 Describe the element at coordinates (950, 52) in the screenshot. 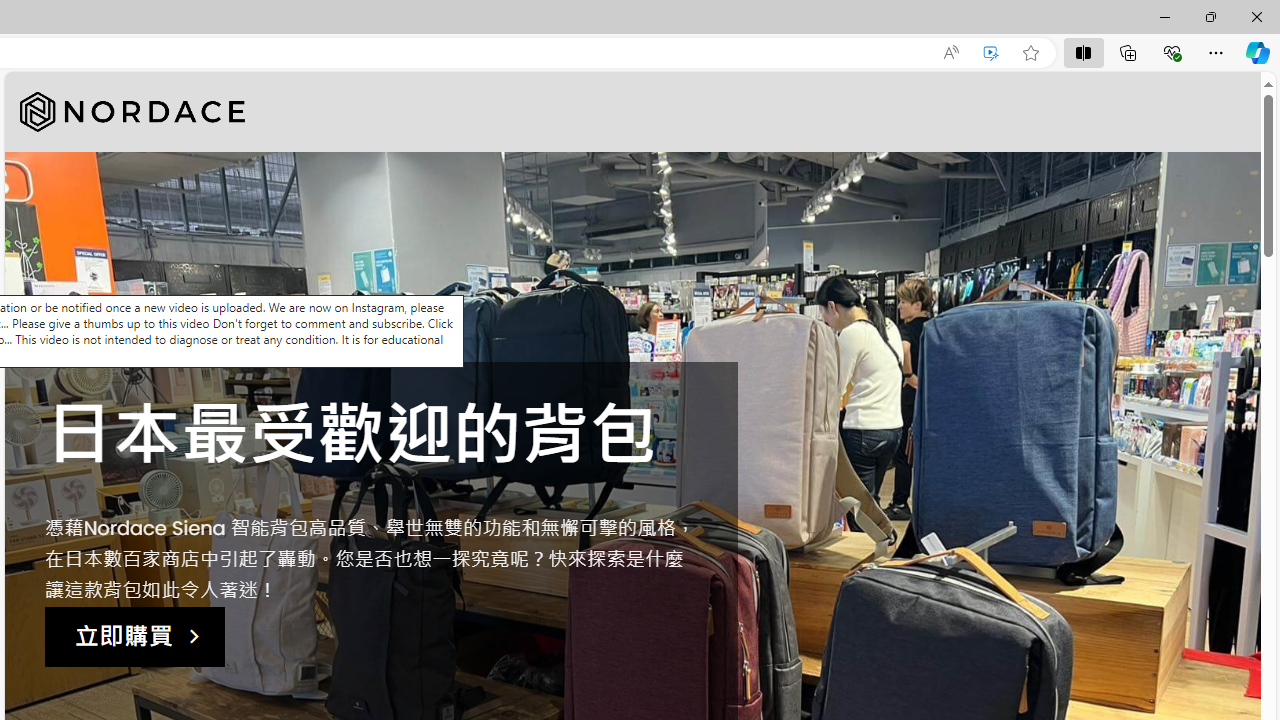

I see `'Read aloud this page (Ctrl+Shift+U)'` at that location.